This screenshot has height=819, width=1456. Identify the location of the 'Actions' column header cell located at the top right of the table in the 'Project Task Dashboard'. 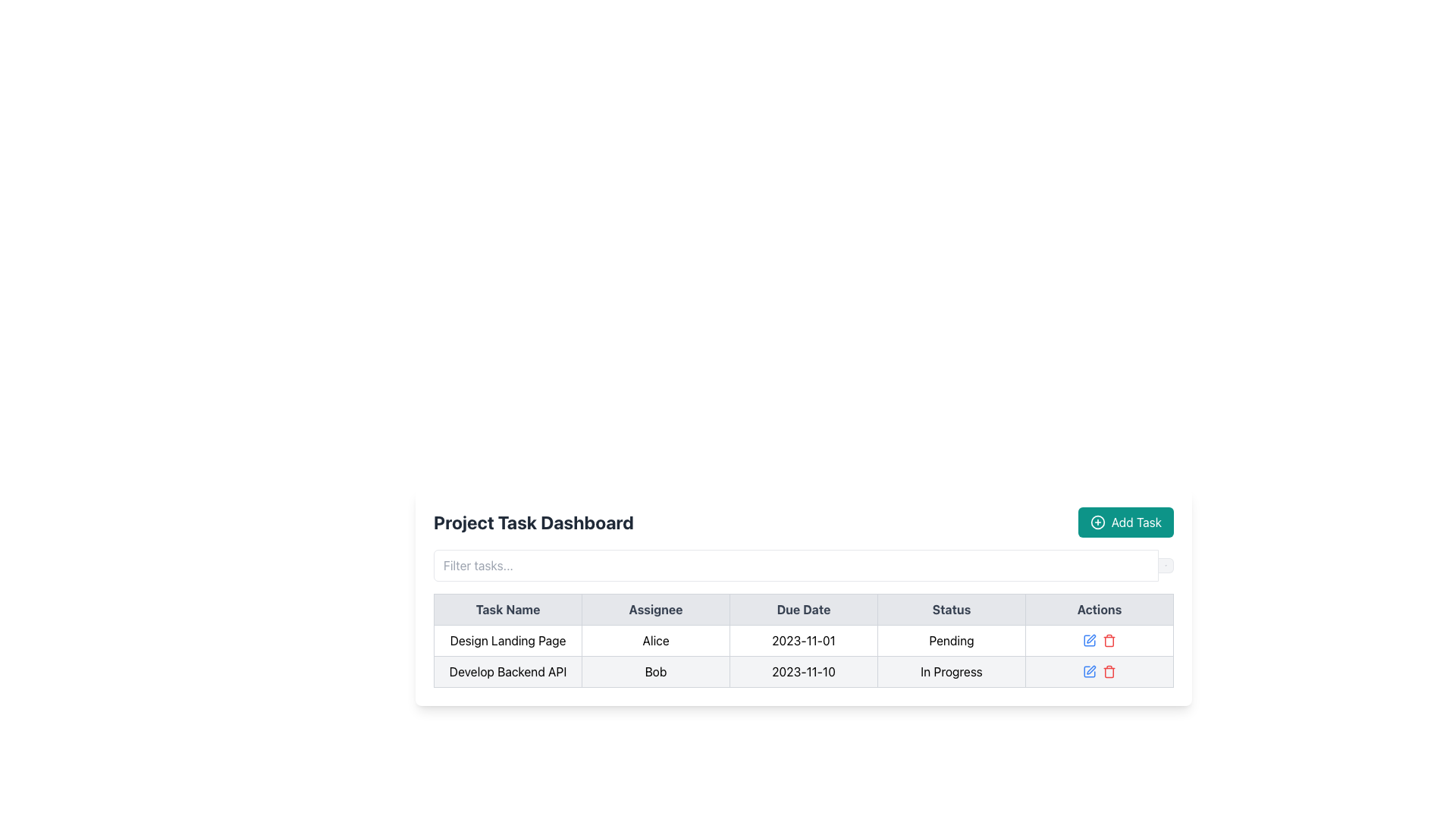
(1099, 608).